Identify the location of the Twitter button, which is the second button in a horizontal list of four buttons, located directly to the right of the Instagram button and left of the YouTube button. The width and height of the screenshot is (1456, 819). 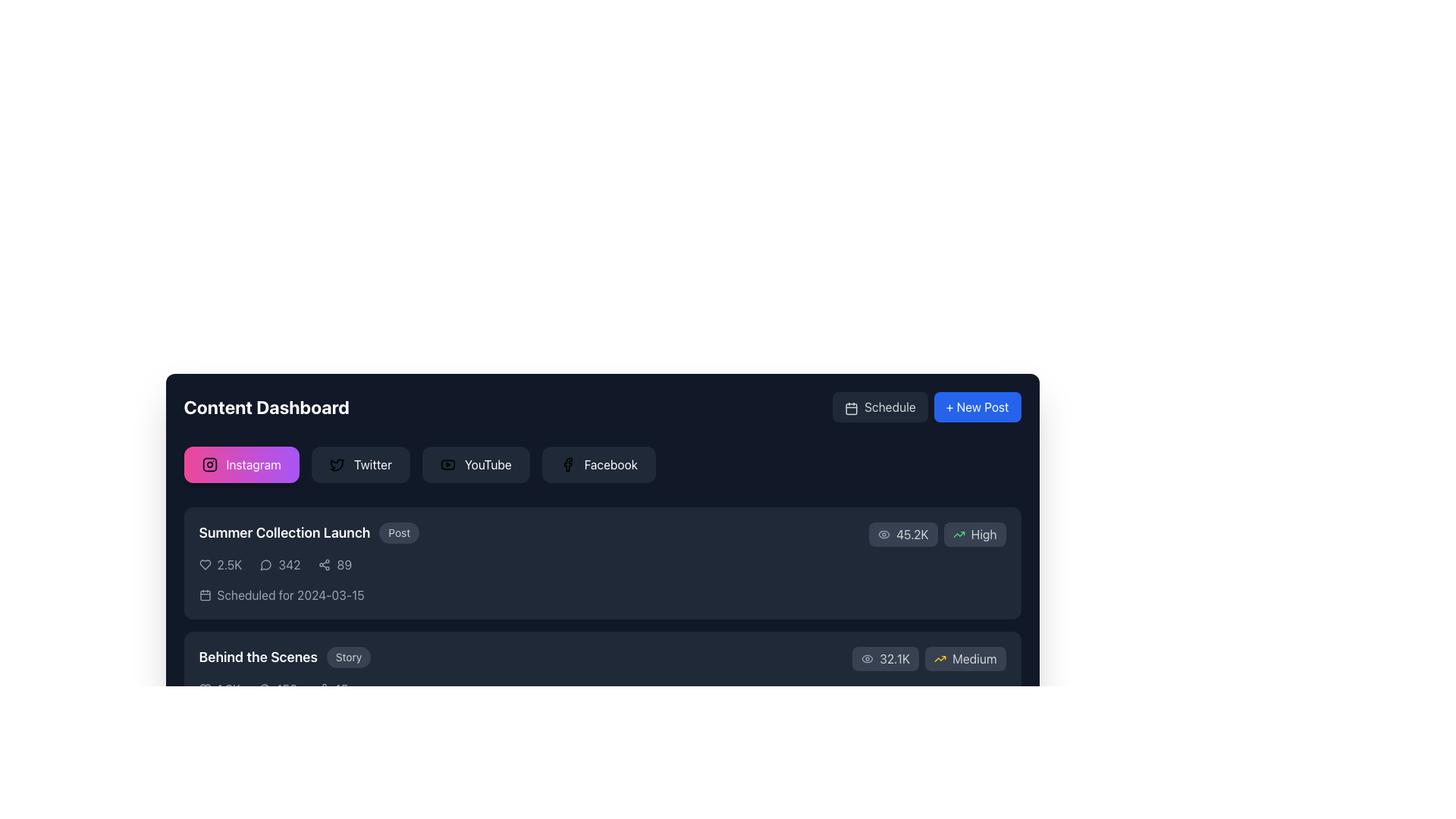
(359, 464).